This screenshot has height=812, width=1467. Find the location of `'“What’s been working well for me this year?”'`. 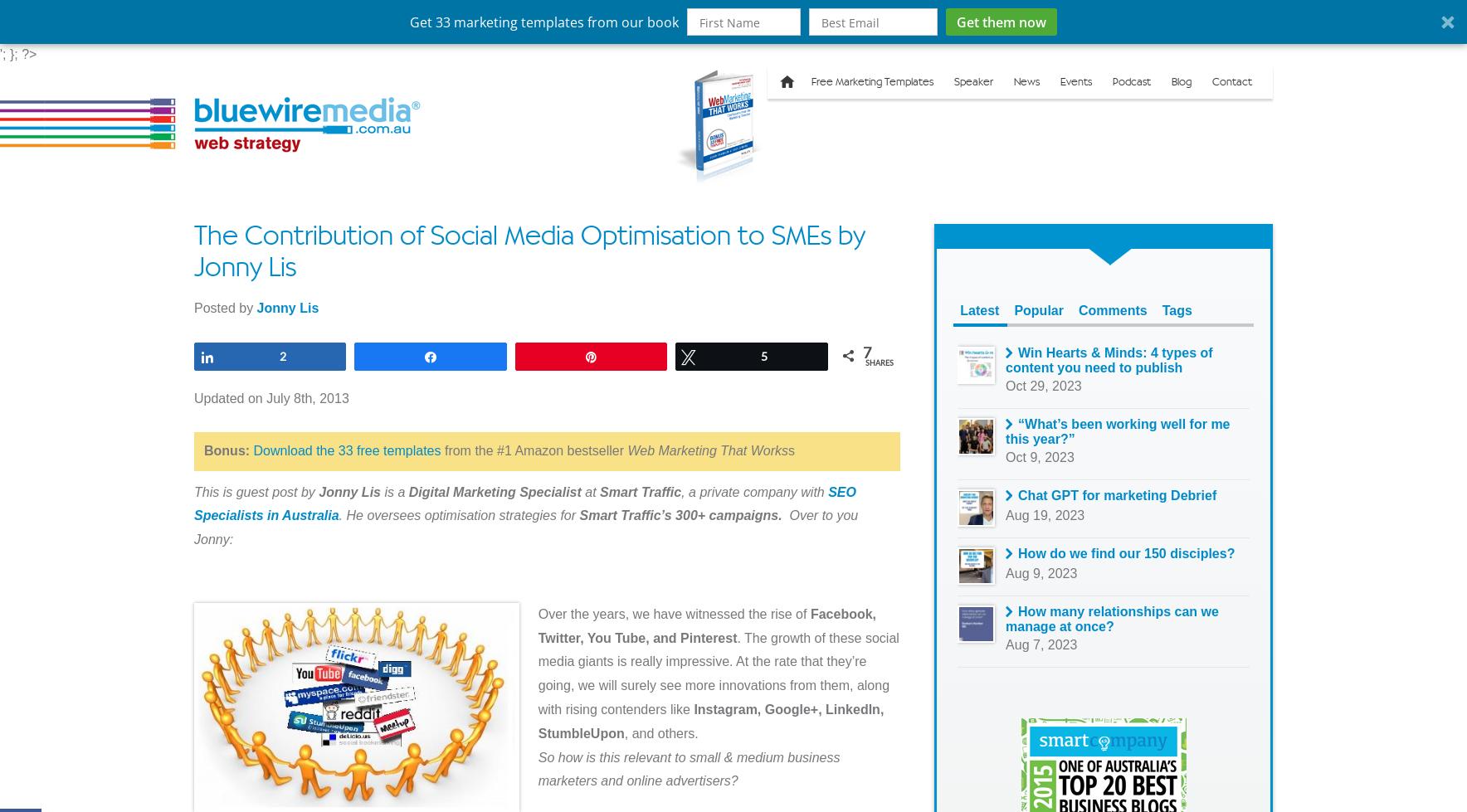

'“What’s been working well for me this year?”' is located at coordinates (1117, 430).